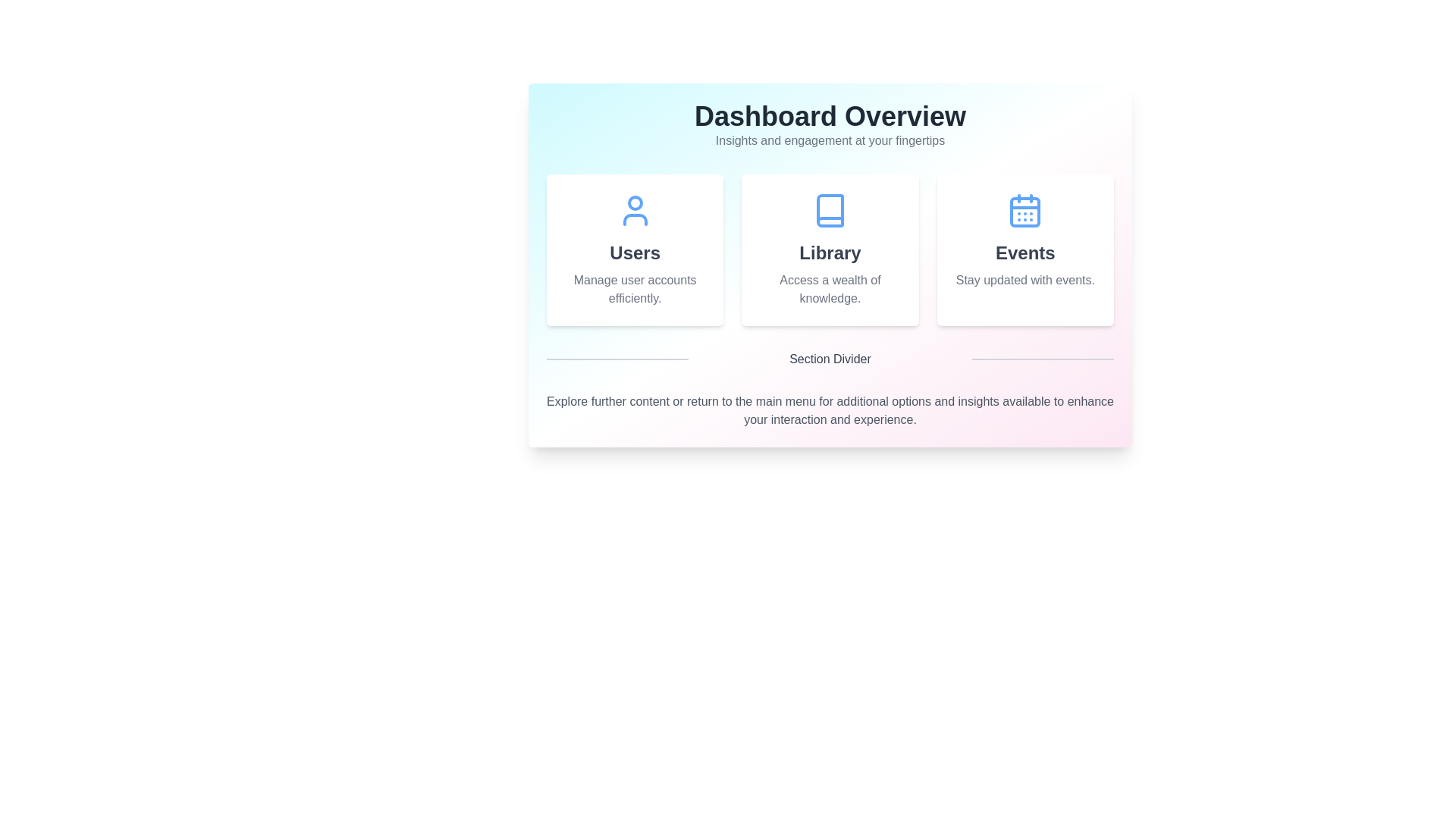 The width and height of the screenshot is (1456, 819). I want to click on main title text label located at the top of the dashboard interface, which serves as an indication of the content and purpose of the display, so click(829, 116).